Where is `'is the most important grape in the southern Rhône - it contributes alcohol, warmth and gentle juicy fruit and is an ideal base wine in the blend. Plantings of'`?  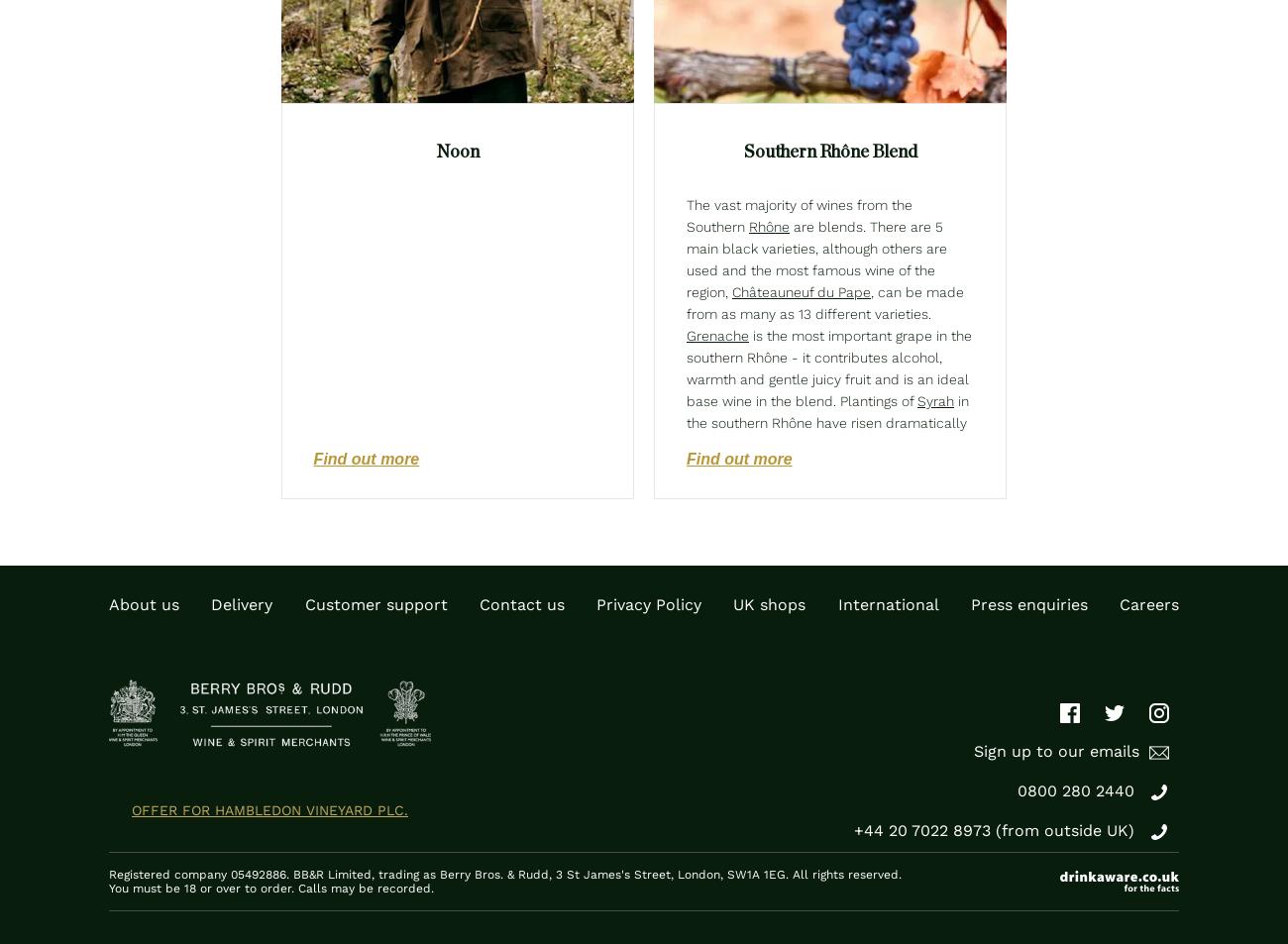 'is the most important grape in the southern Rhône - it contributes alcohol, warmth and gentle juicy fruit and is an ideal base wine in the blend. Plantings of' is located at coordinates (828, 367).